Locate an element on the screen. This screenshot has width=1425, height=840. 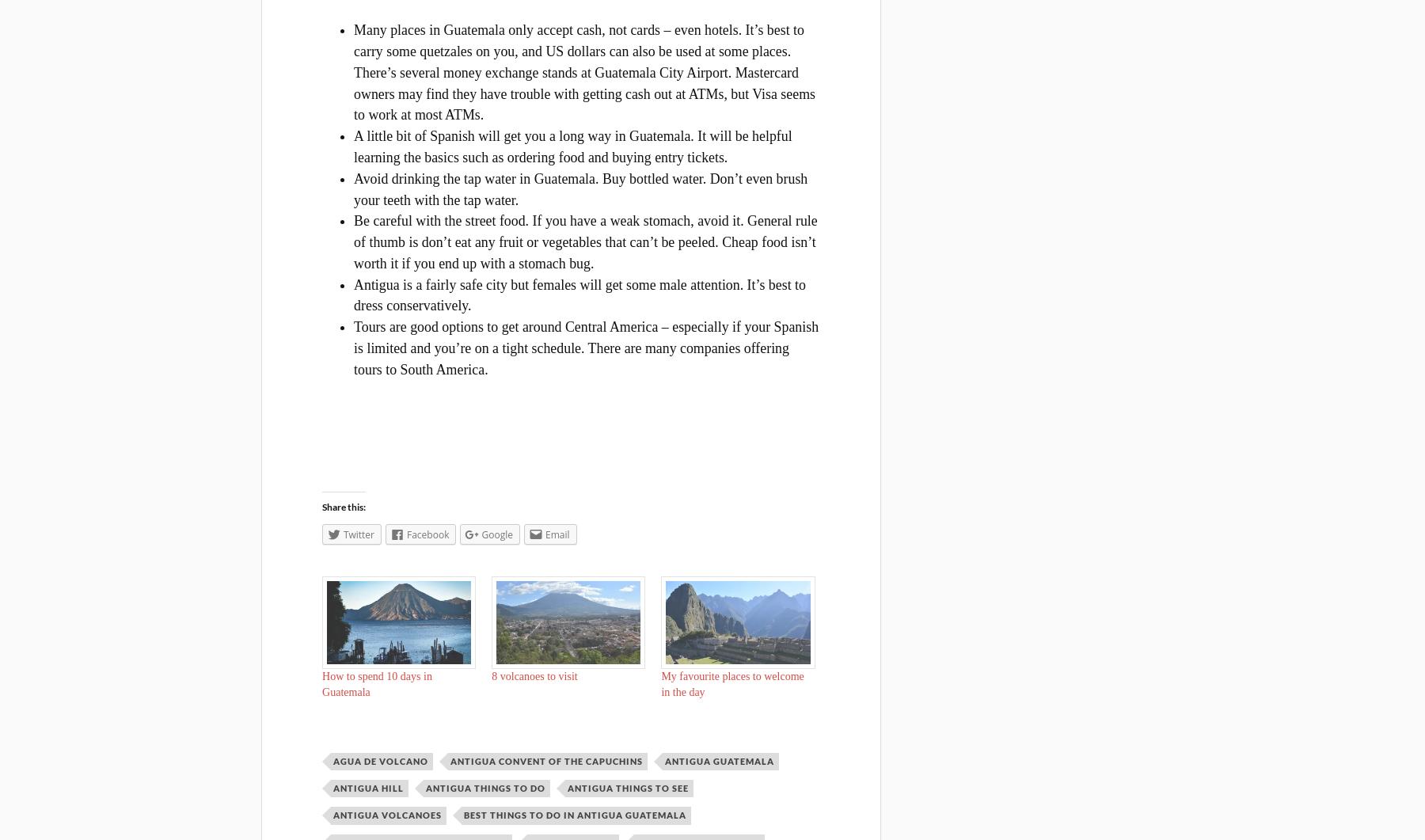
'antigua volcanoes' is located at coordinates (386, 814).